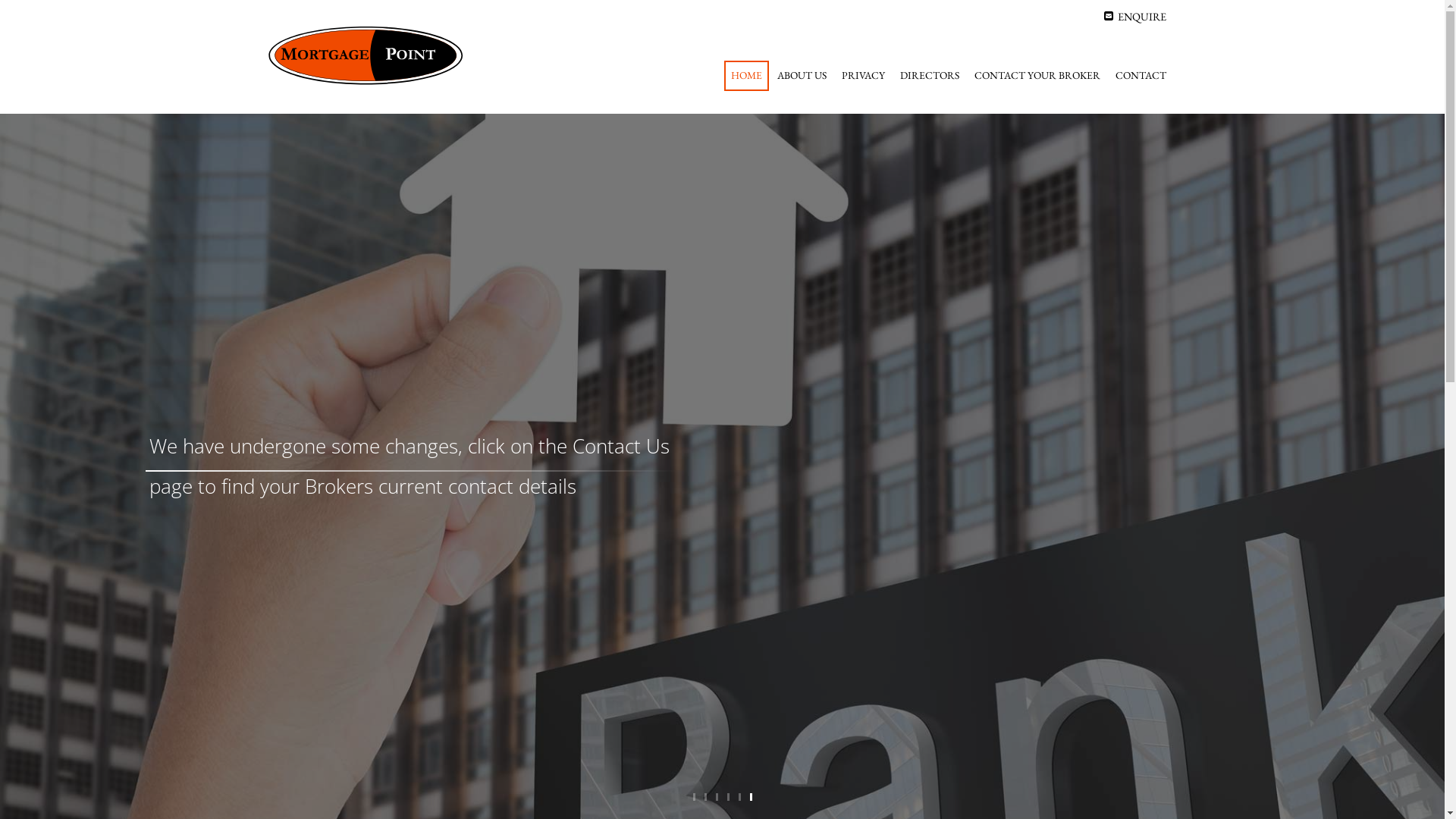  I want to click on 'CONTACT', so click(1141, 76).